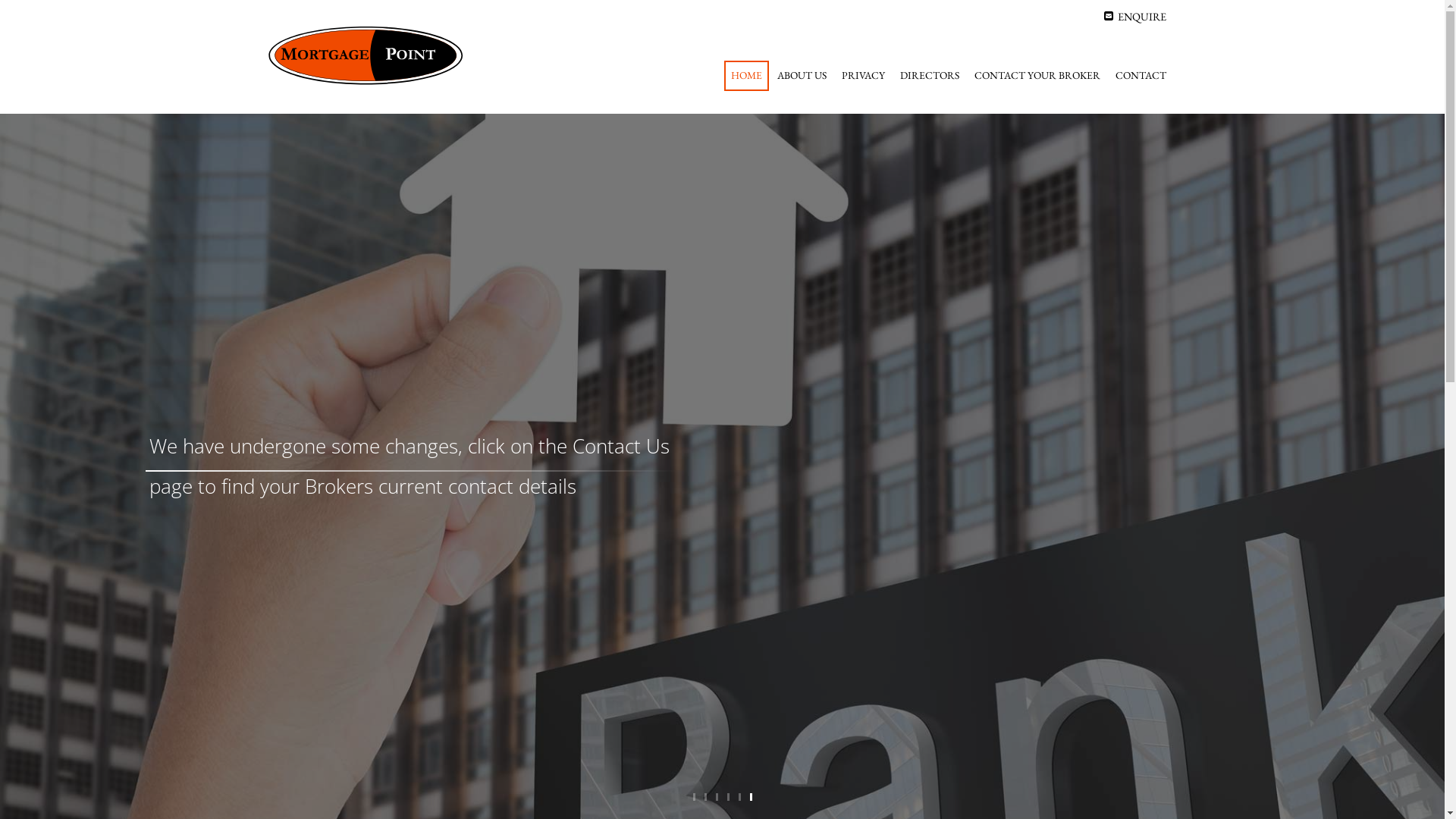  I want to click on 'CONTACT', so click(1141, 76).